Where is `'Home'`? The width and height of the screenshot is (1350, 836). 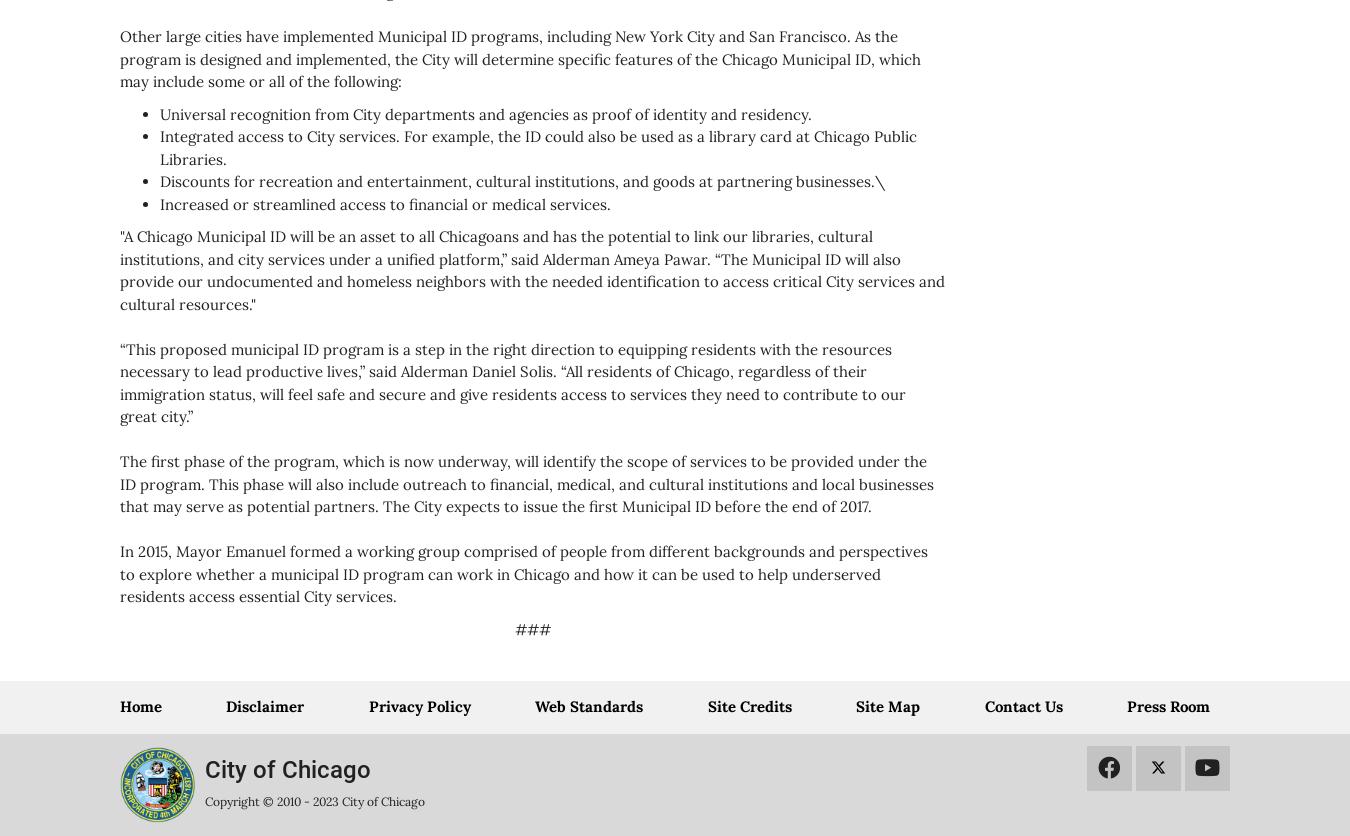 'Home' is located at coordinates (140, 706).